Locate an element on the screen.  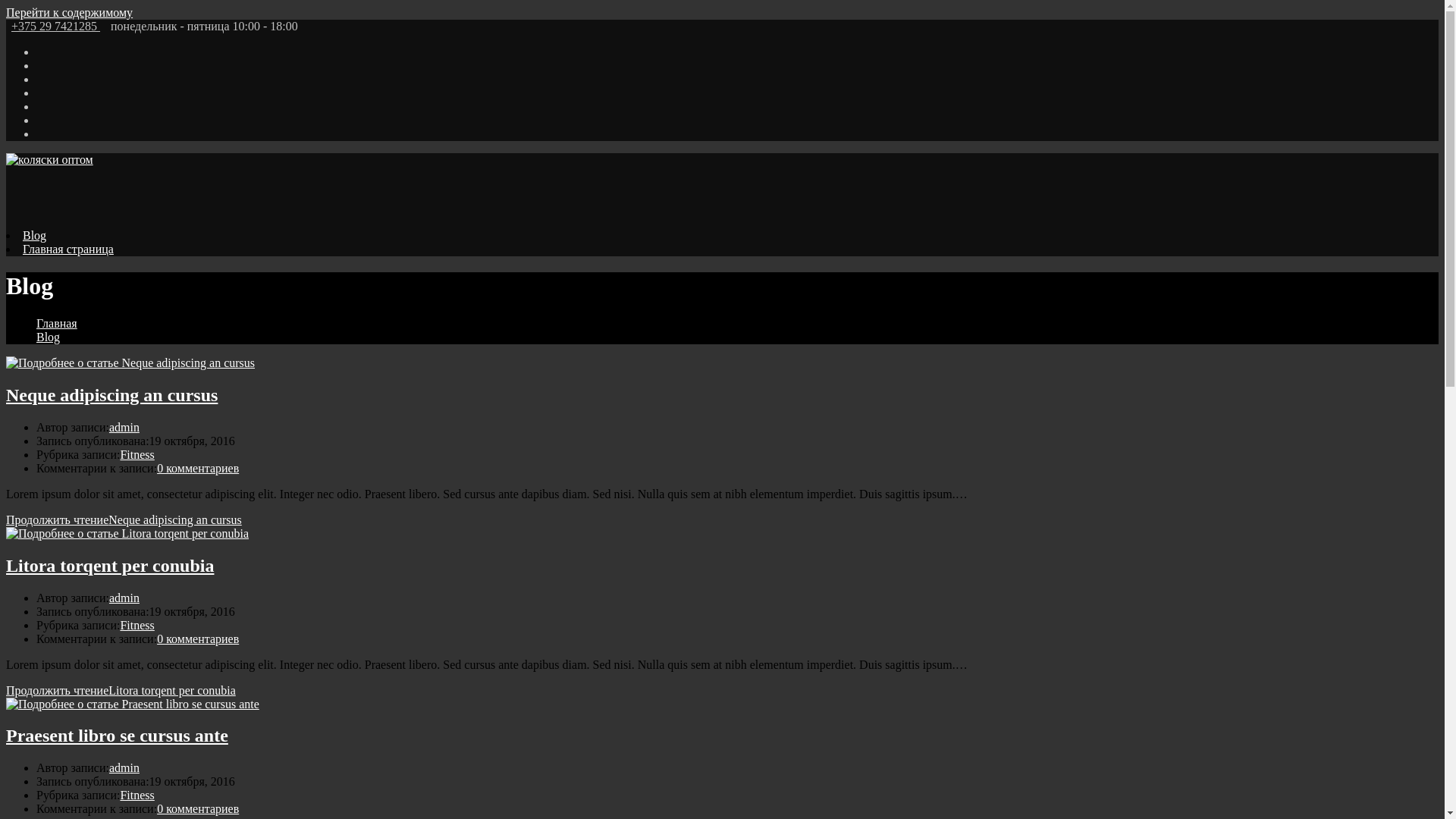
'admin' is located at coordinates (108, 427).